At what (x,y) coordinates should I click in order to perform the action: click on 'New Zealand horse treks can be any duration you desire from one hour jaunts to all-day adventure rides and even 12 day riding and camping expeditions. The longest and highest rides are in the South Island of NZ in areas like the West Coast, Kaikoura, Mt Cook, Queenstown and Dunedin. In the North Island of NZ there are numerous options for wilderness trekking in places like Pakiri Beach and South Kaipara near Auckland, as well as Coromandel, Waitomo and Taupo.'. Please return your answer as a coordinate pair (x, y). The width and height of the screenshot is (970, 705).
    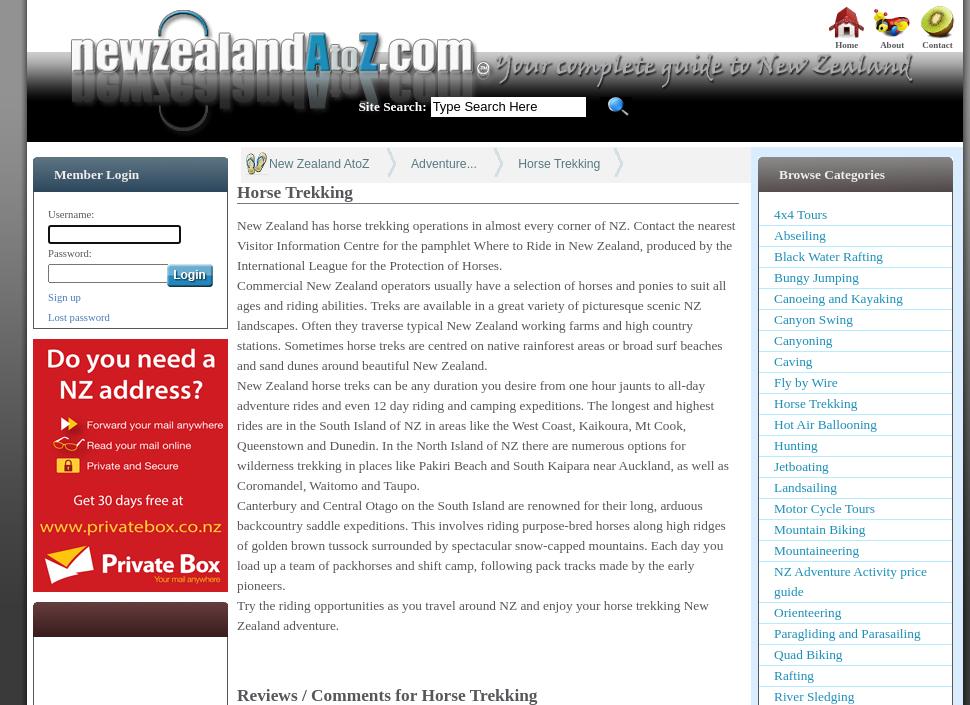
    Looking at the image, I should click on (481, 433).